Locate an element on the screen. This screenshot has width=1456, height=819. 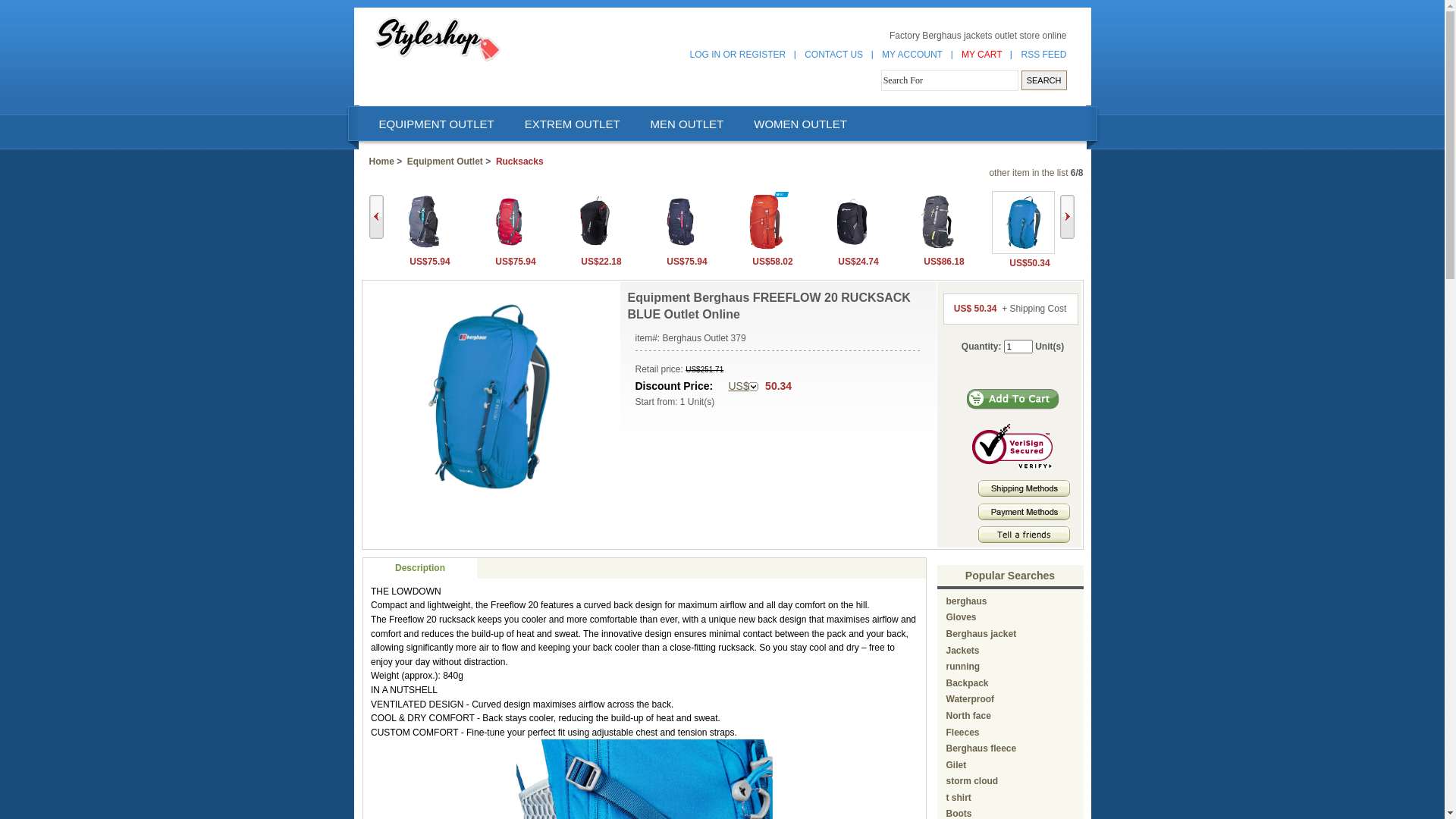
'Rucksacks' is located at coordinates (519, 161).